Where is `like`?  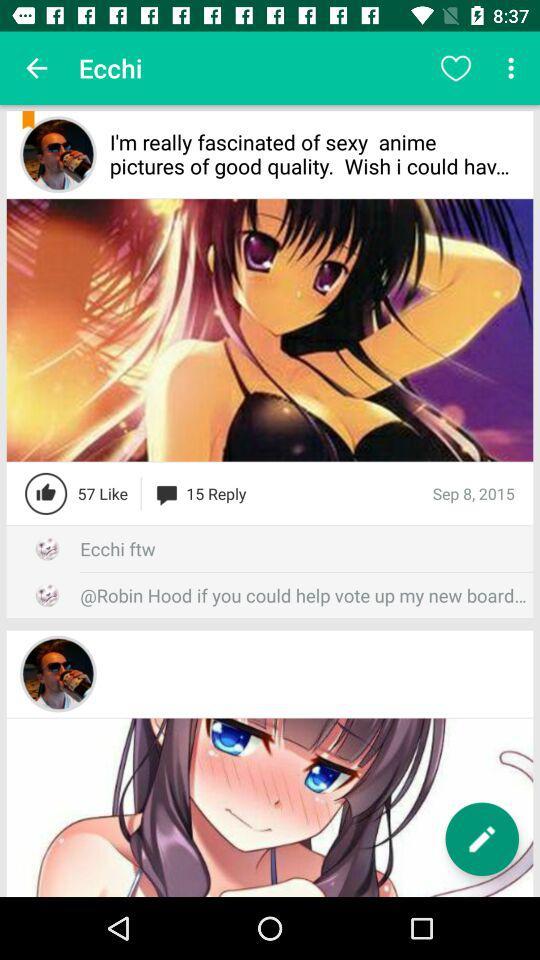 like is located at coordinates (46, 492).